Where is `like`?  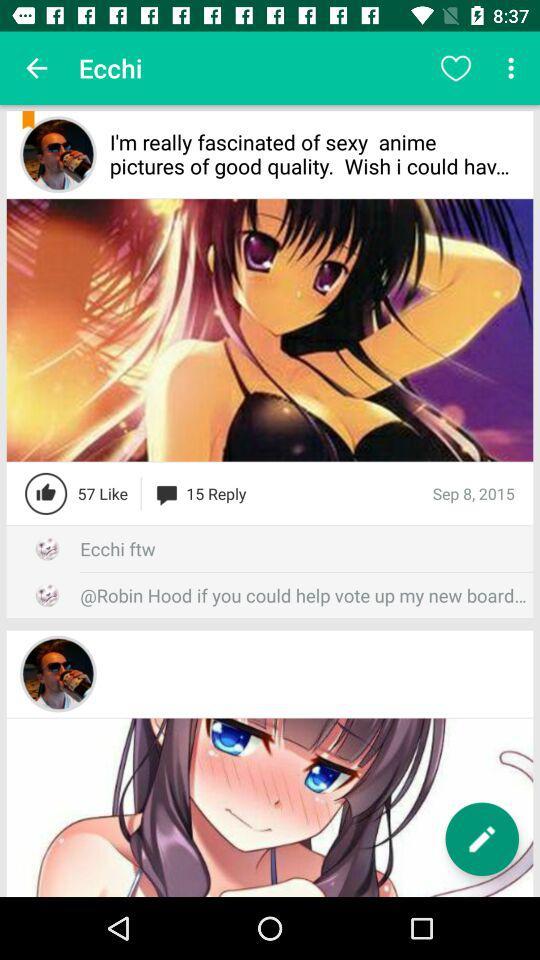 like is located at coordinates (46, 492).